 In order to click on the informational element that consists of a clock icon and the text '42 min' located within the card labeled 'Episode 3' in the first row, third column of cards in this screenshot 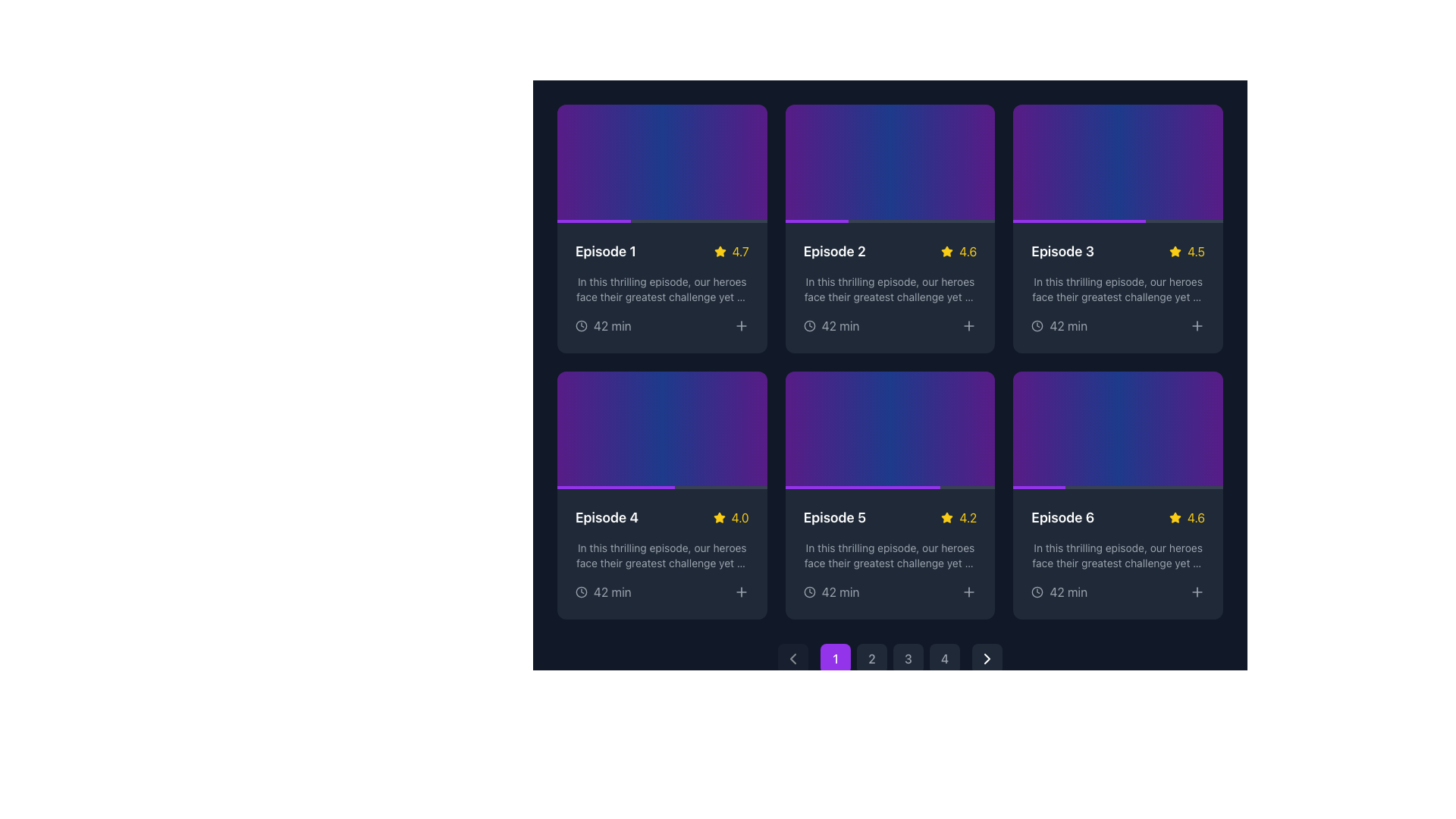, I will do `click(1059, 325)`.